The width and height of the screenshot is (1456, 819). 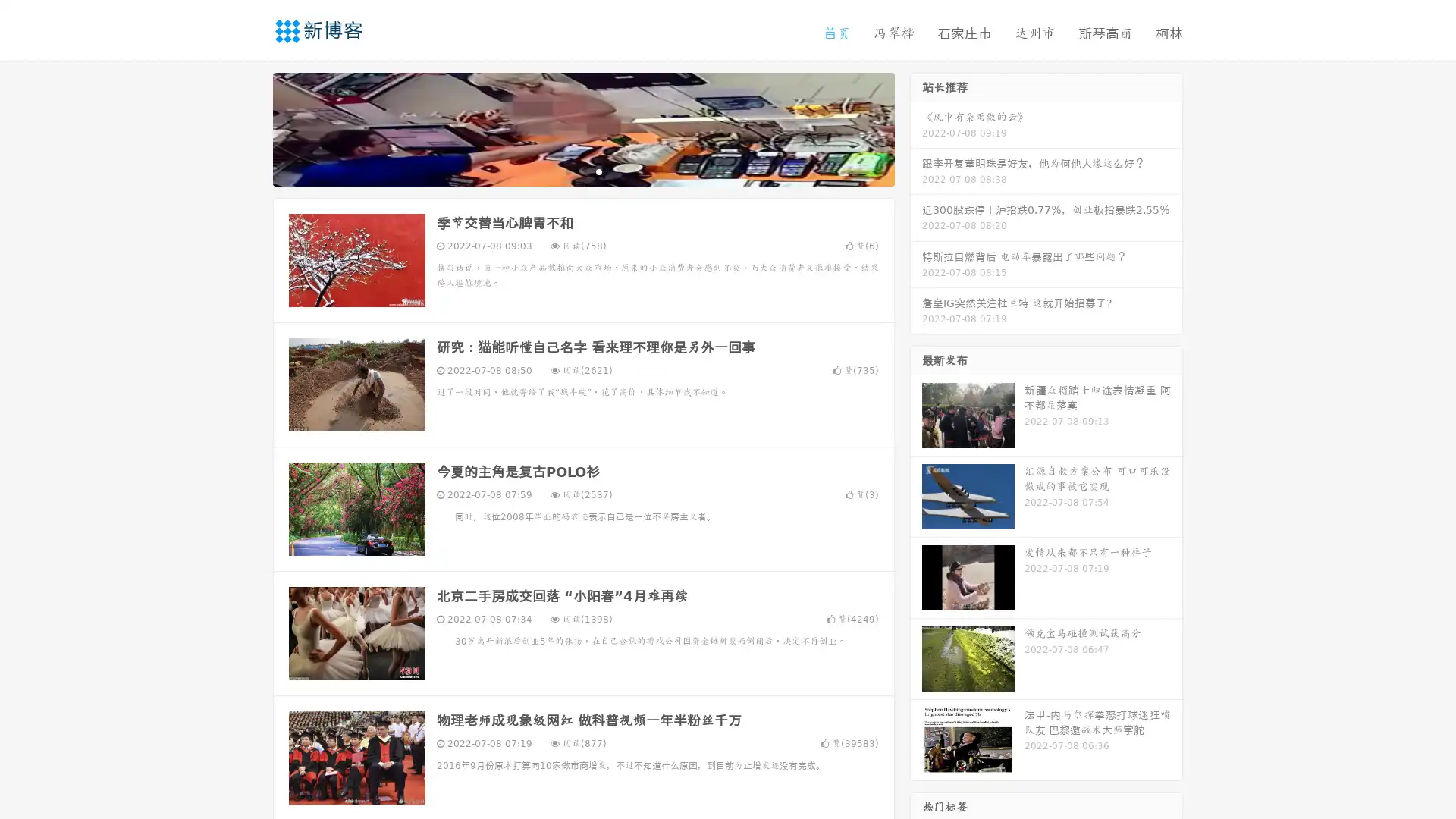 I want to click on Go to slide 2, so click(x=582, y=171).